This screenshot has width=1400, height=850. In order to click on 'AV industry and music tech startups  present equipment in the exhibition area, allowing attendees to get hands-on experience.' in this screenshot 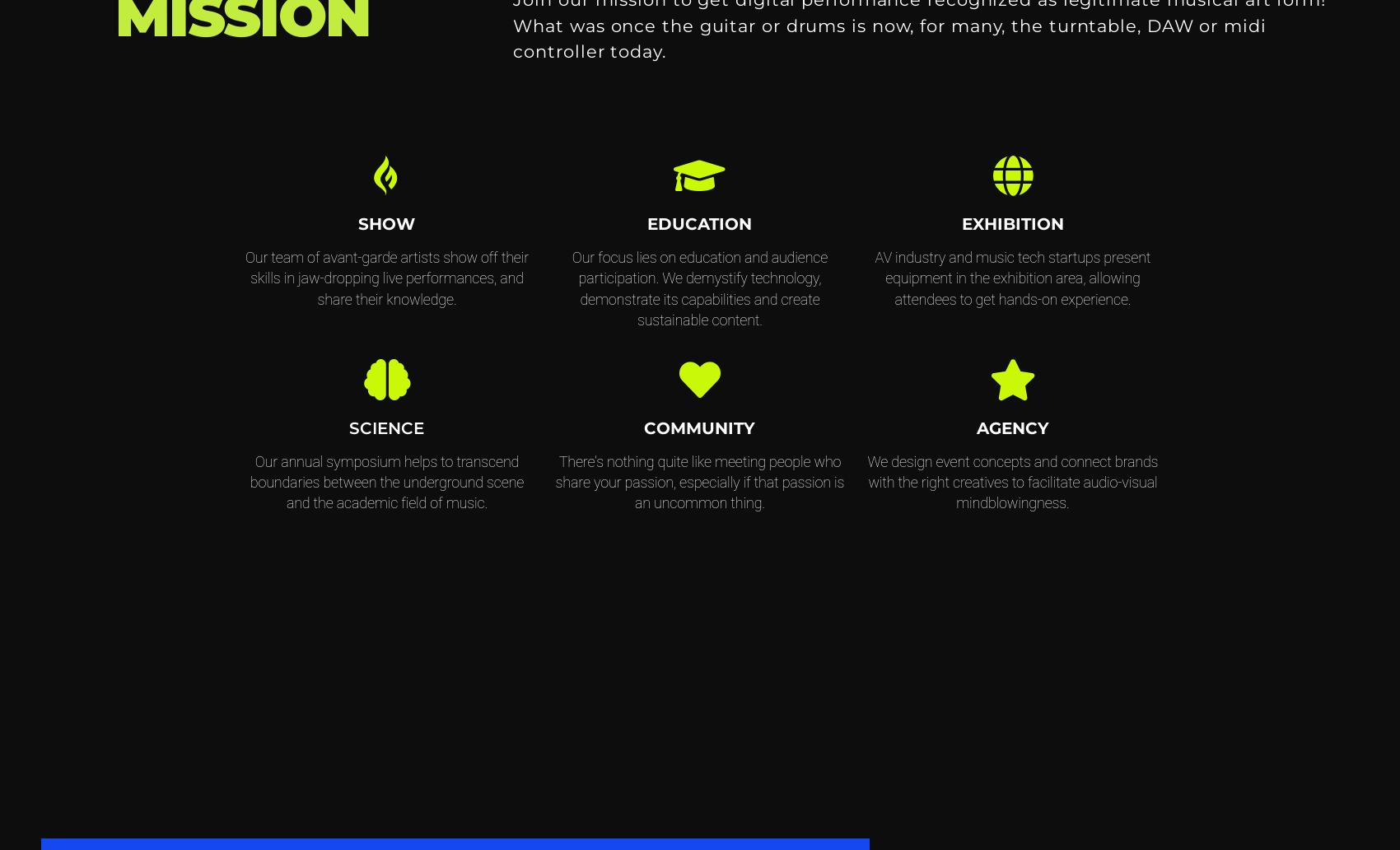, I will do `click(1011, 278)`.